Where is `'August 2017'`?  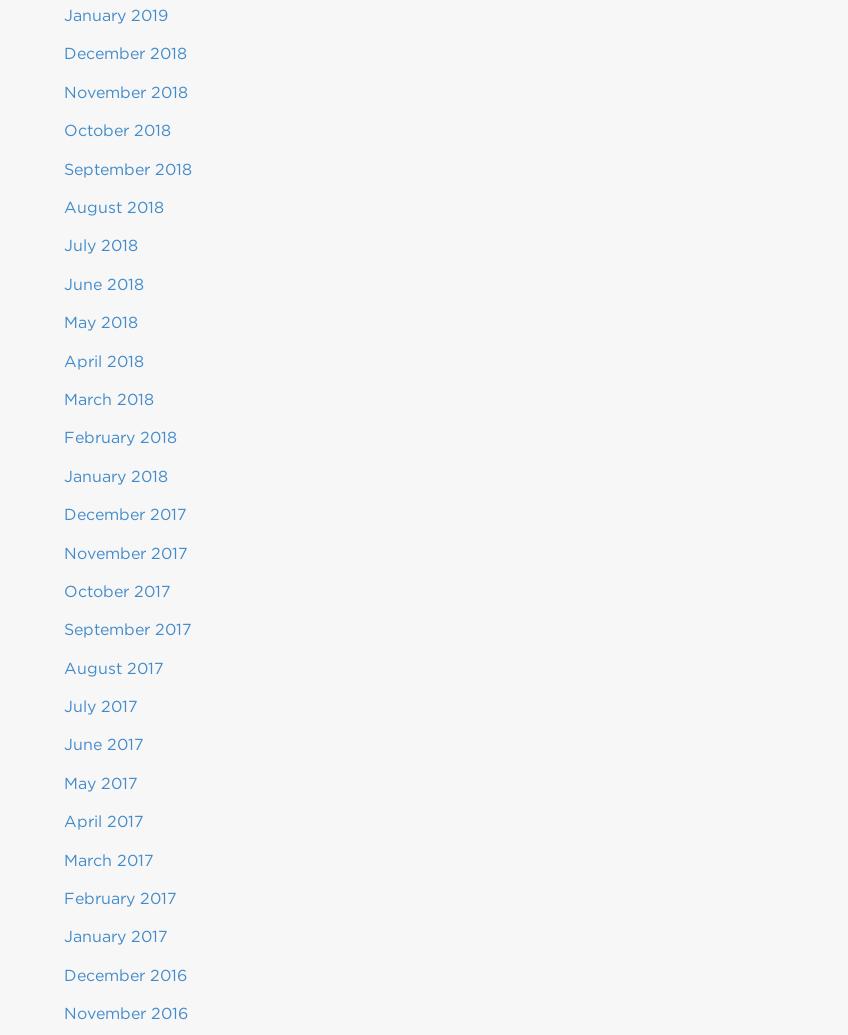 'August 2017' is located at coordinates (112, 666).